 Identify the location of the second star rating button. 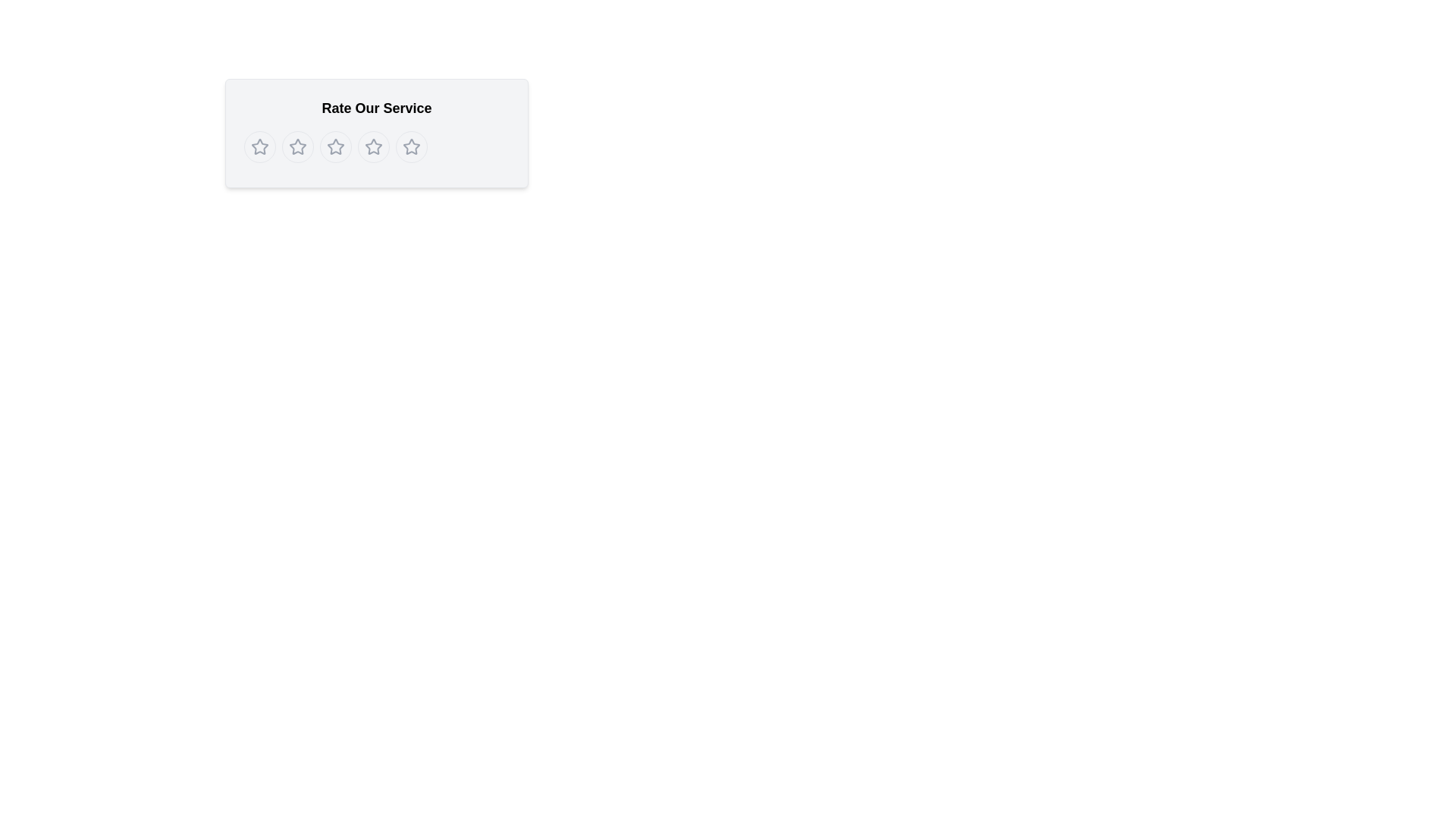
(298, 146).